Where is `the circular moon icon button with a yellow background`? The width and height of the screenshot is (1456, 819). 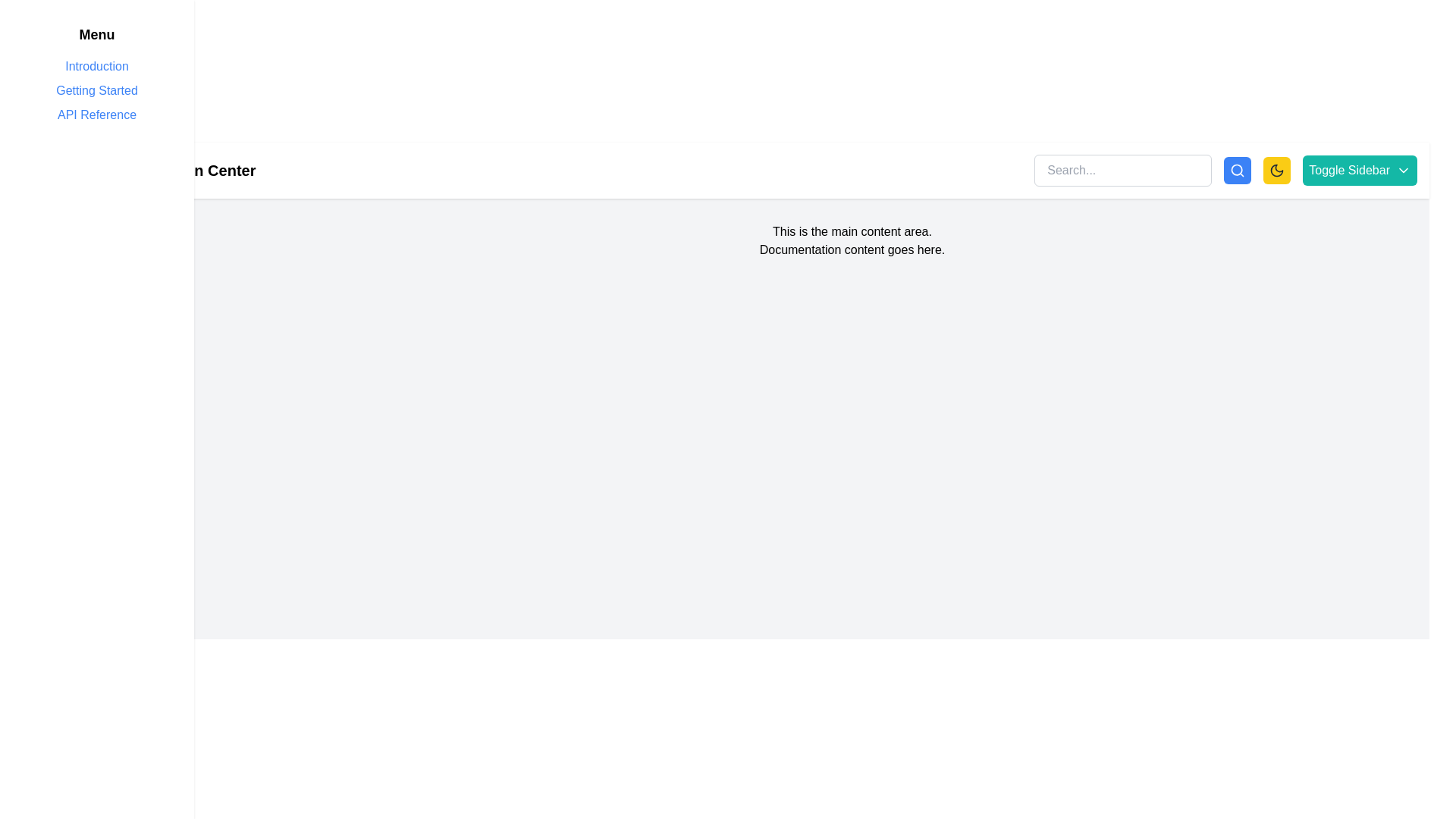 the circular moon icon button with a yellow background is located at coordinates (1276, 170).